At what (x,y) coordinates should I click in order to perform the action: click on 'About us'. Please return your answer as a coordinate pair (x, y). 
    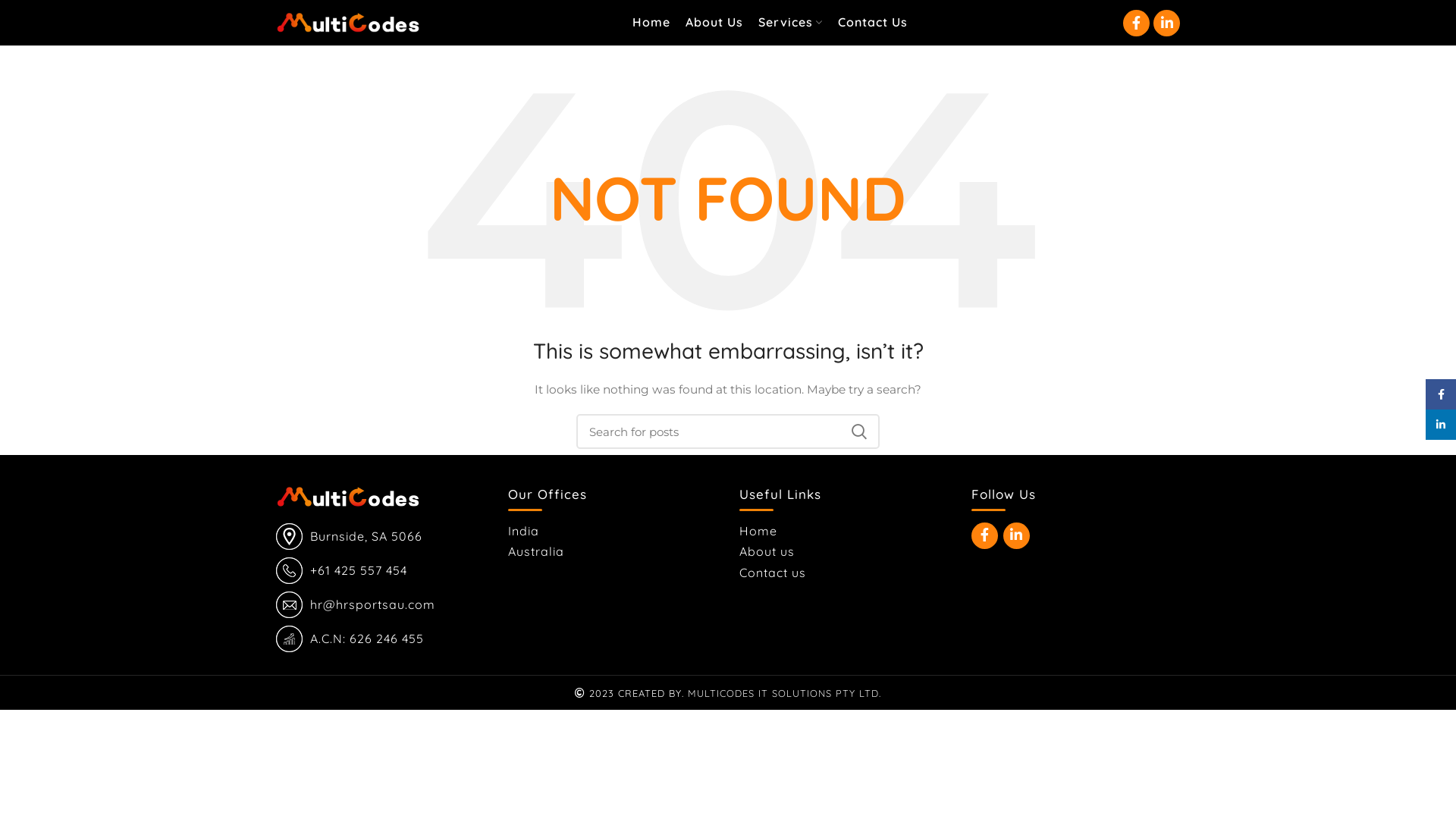
    Looking at the image, I should click on (767, 551).